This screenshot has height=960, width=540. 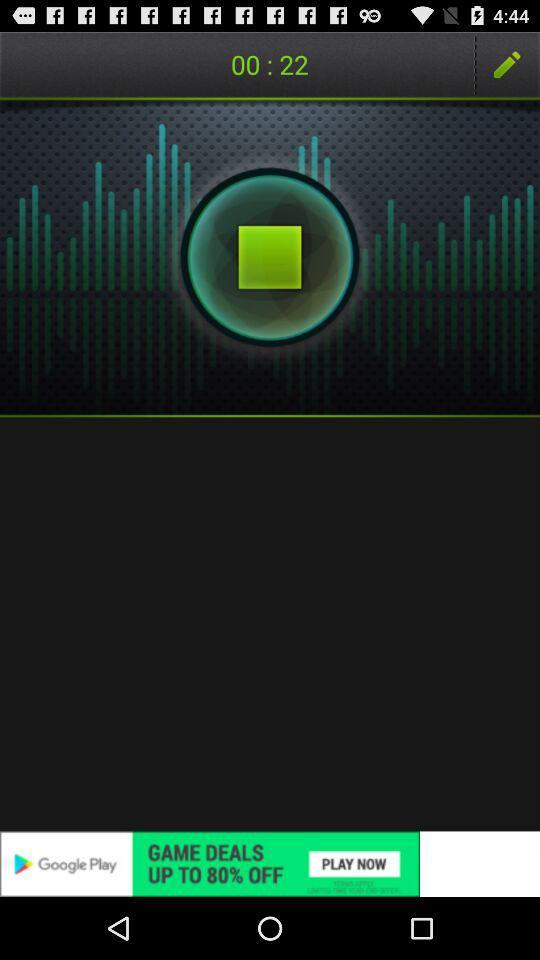 I want to click on advertisement, so click(x=270, y=863).